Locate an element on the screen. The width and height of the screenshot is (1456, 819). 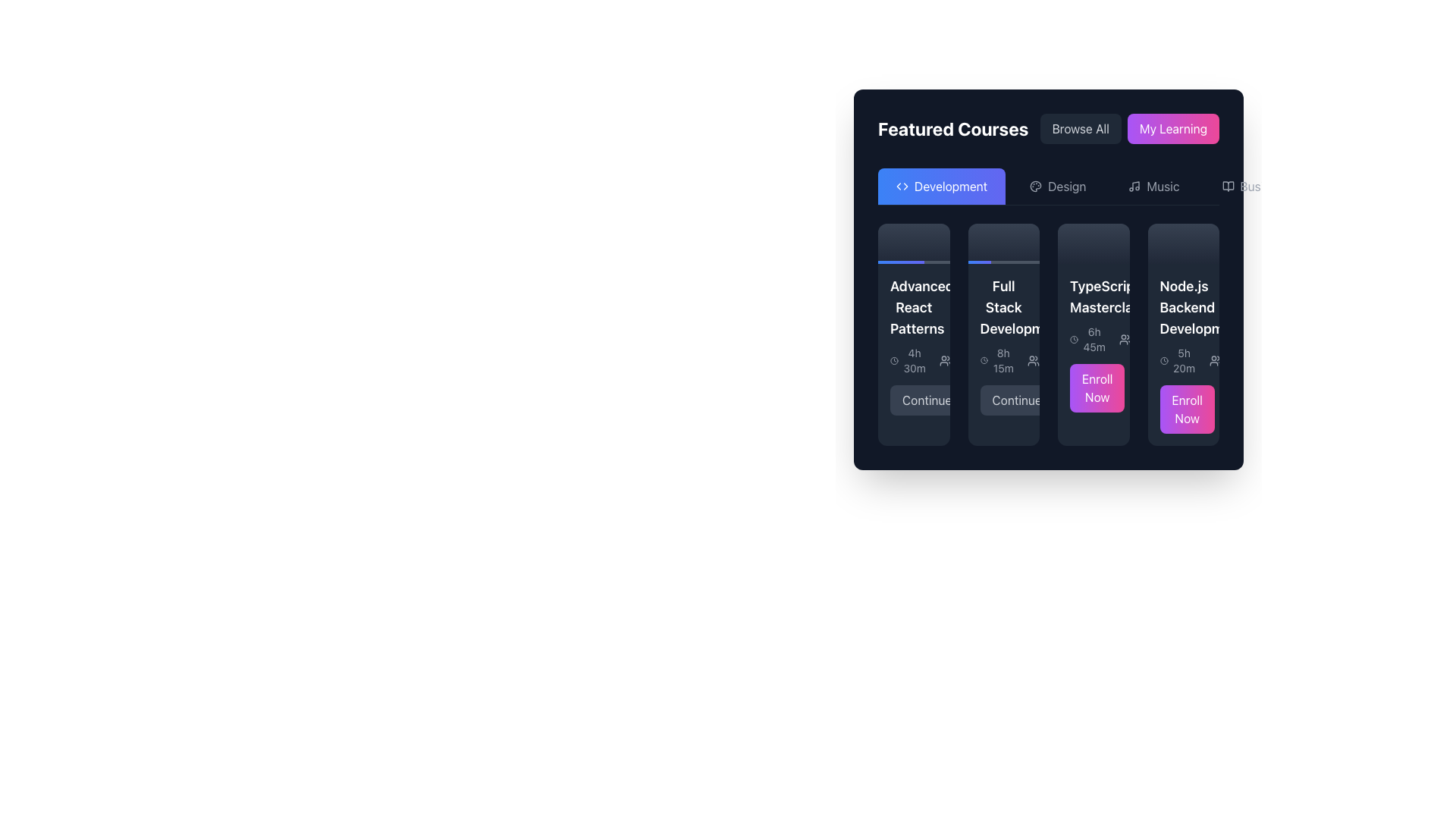
the 'Enroll Now' button, which is a rectangular gradient button transitioning from purple to pink with white text, to observe its hover effect is located at coordinates (1186, 409).